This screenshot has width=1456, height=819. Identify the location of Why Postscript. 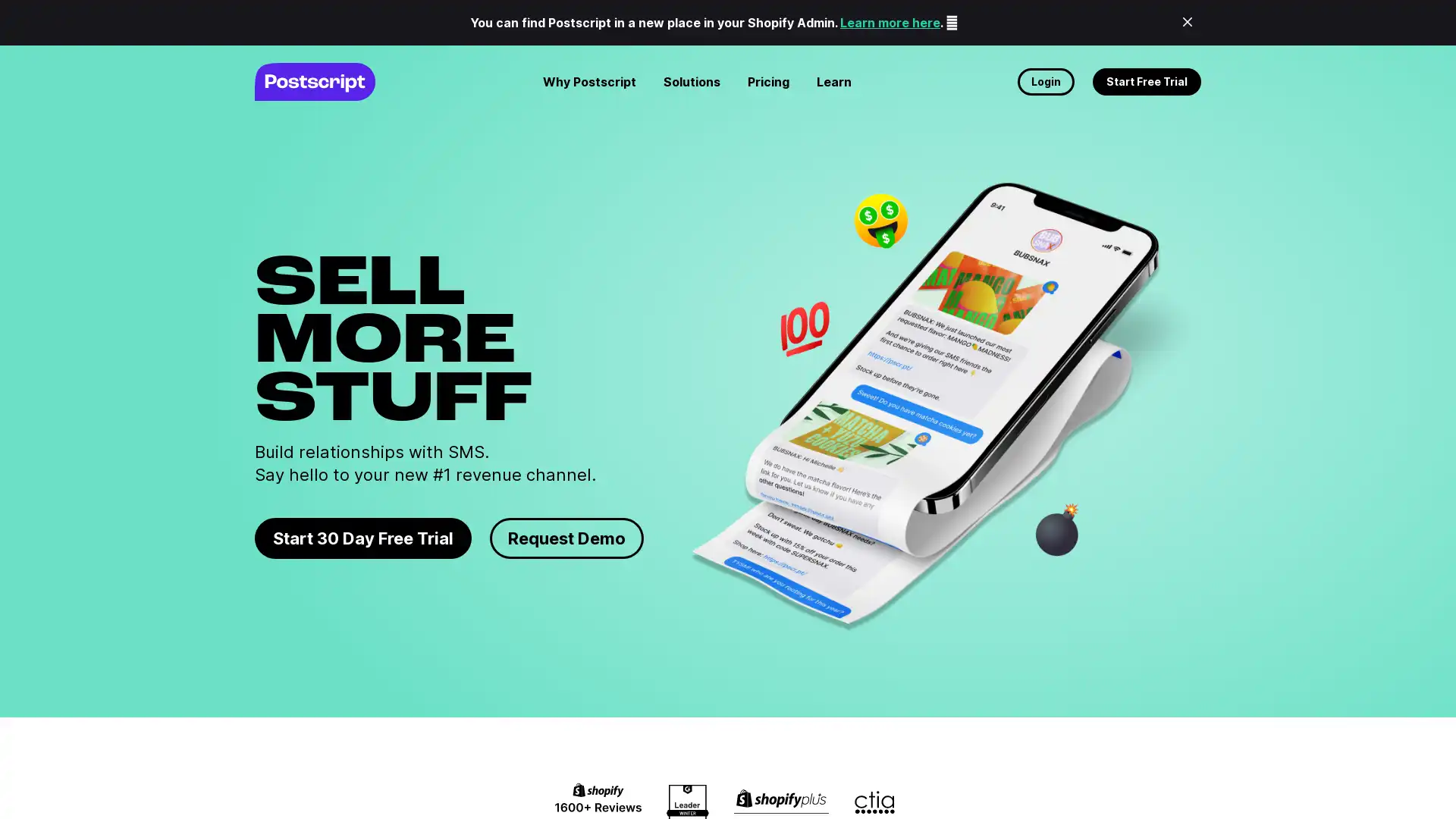
(588, 81).